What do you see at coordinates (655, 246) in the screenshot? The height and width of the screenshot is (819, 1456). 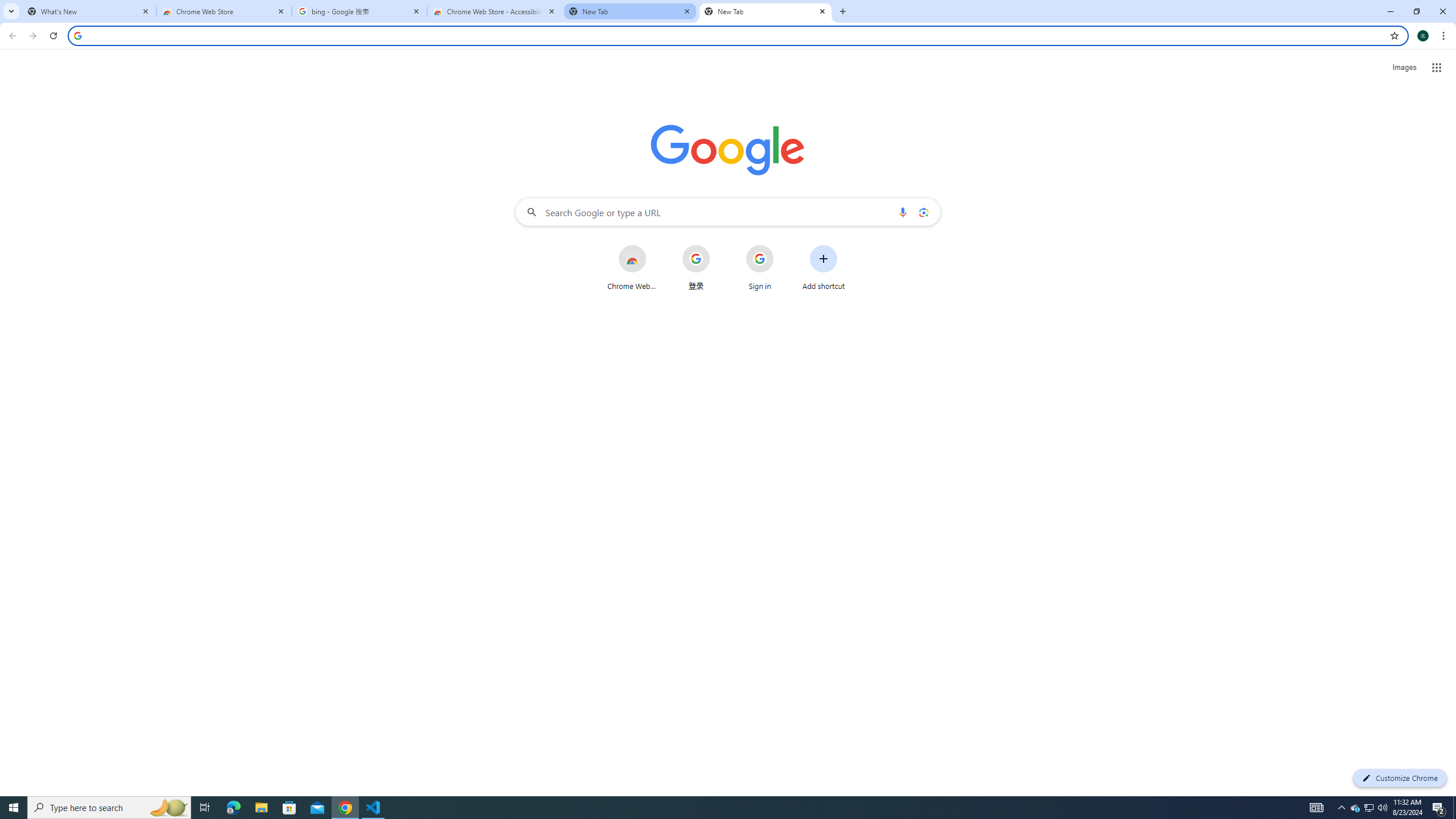 I see `'More actions for Chrome Web Store shortcut'` at bounding box center [655, 246].